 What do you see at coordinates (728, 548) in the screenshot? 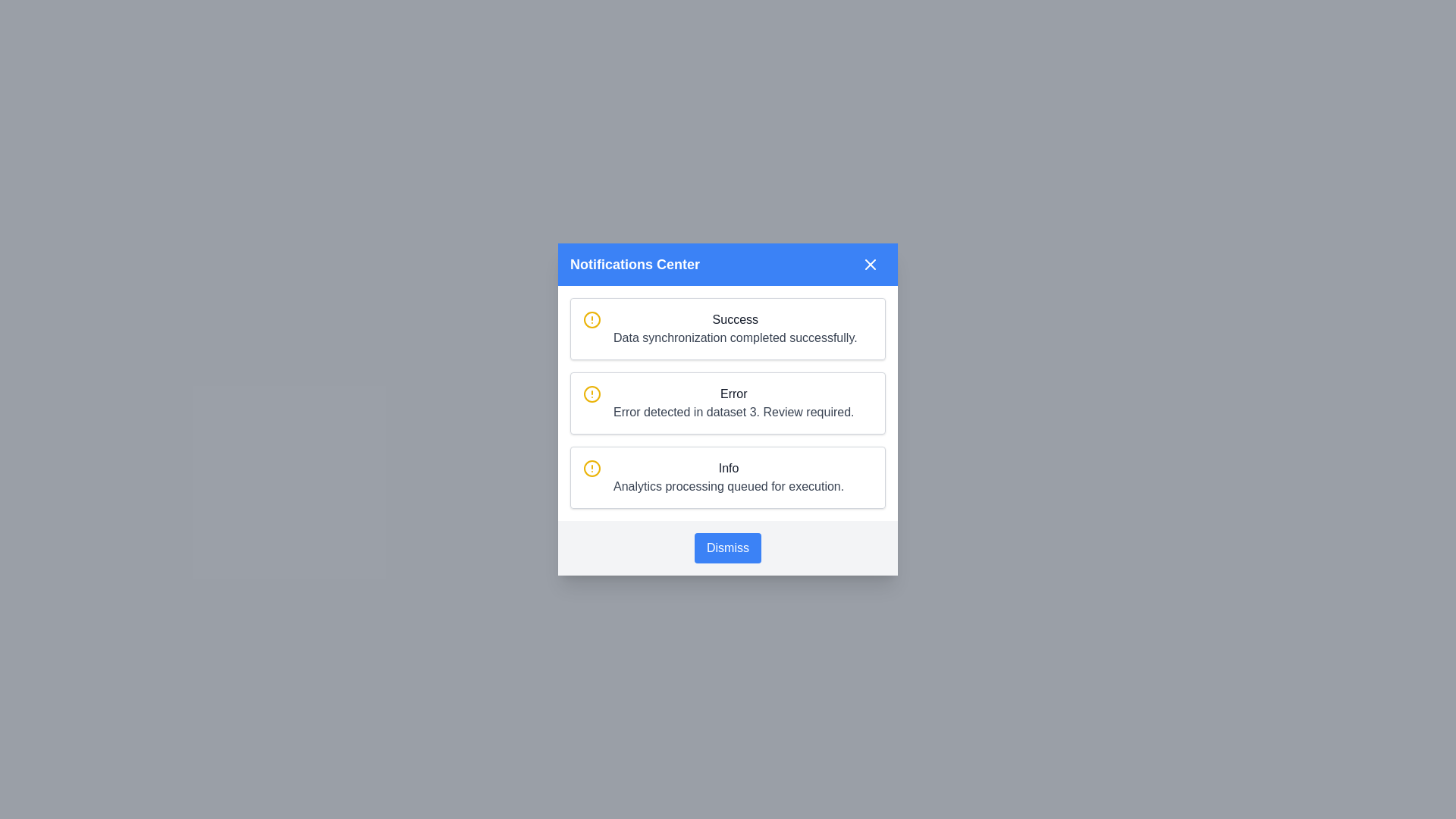
I see `dismiss button in the footer of the notification dialog` at bounding box center [728, 548].